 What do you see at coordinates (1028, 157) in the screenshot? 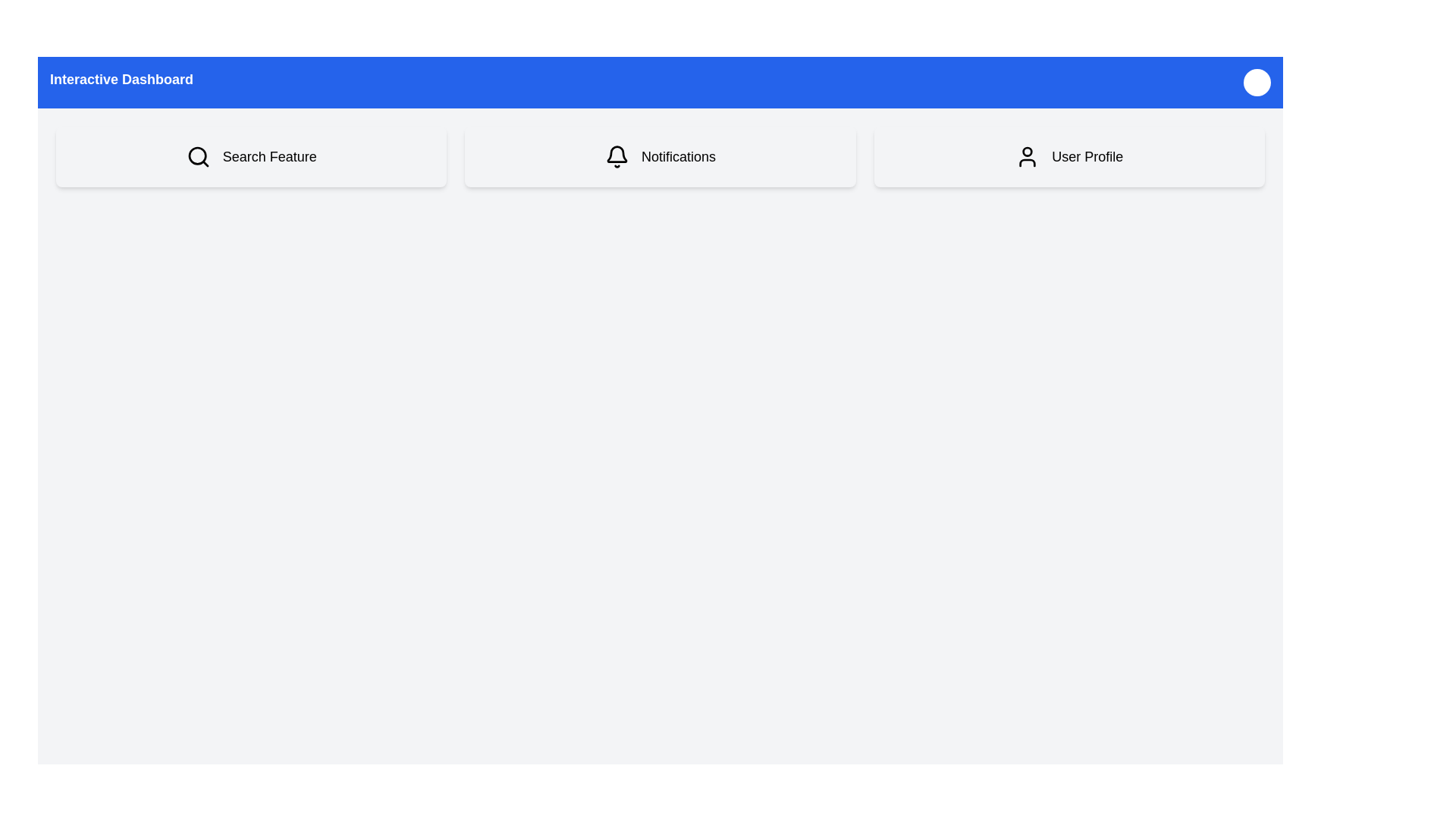
I see `the user profile icon, which is a minimalistic black symbol resembling a head and shoulders, located in the third card of the horizontal row` at bounding box center [1028, 157].